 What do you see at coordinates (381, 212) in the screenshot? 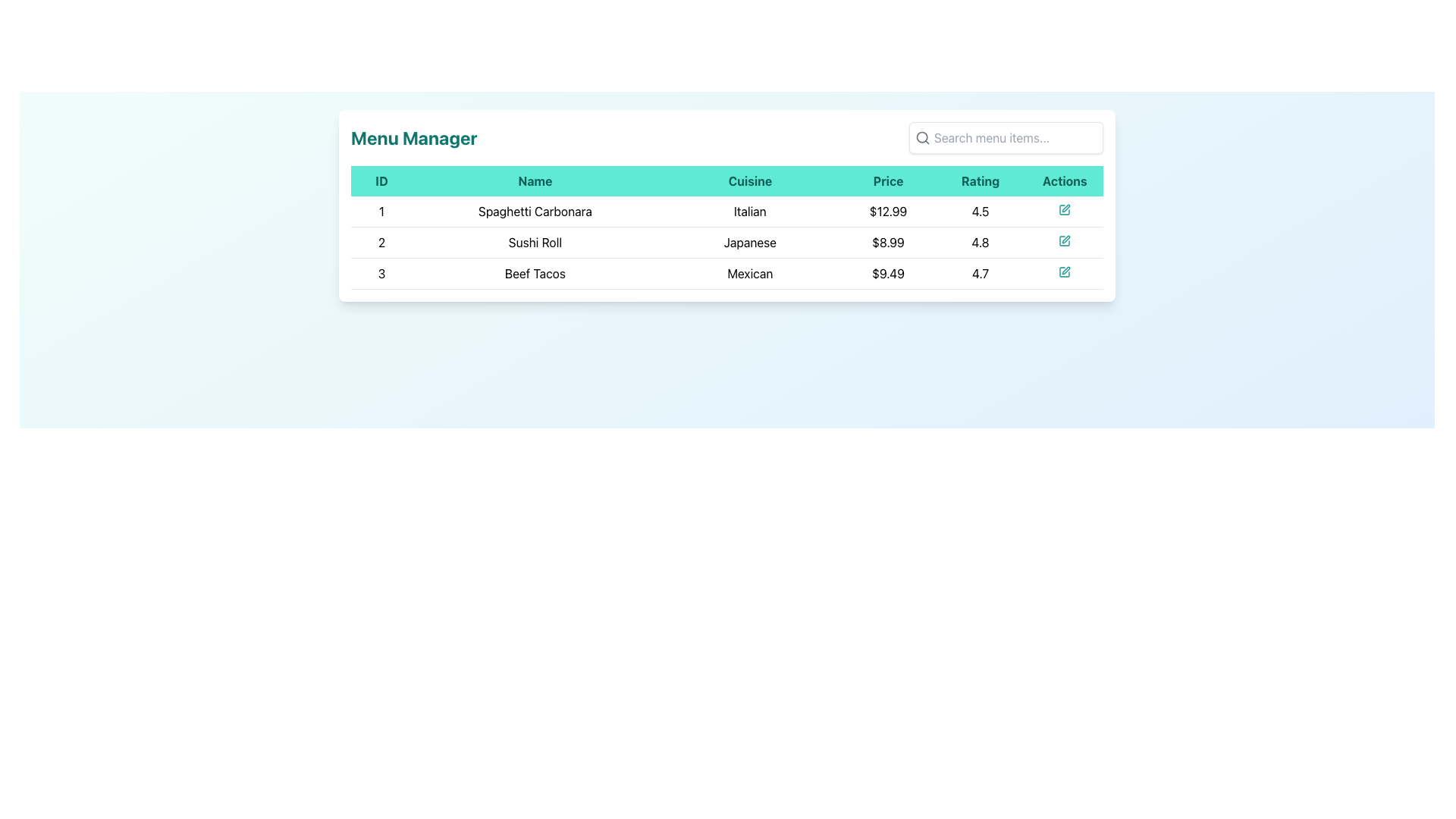
I see `text in the table cell containing the numeral '1' located in the first column under the 'ID' header, aligned with the 'Spaghetti Carbonara' row` at bounding box center [381, 212].